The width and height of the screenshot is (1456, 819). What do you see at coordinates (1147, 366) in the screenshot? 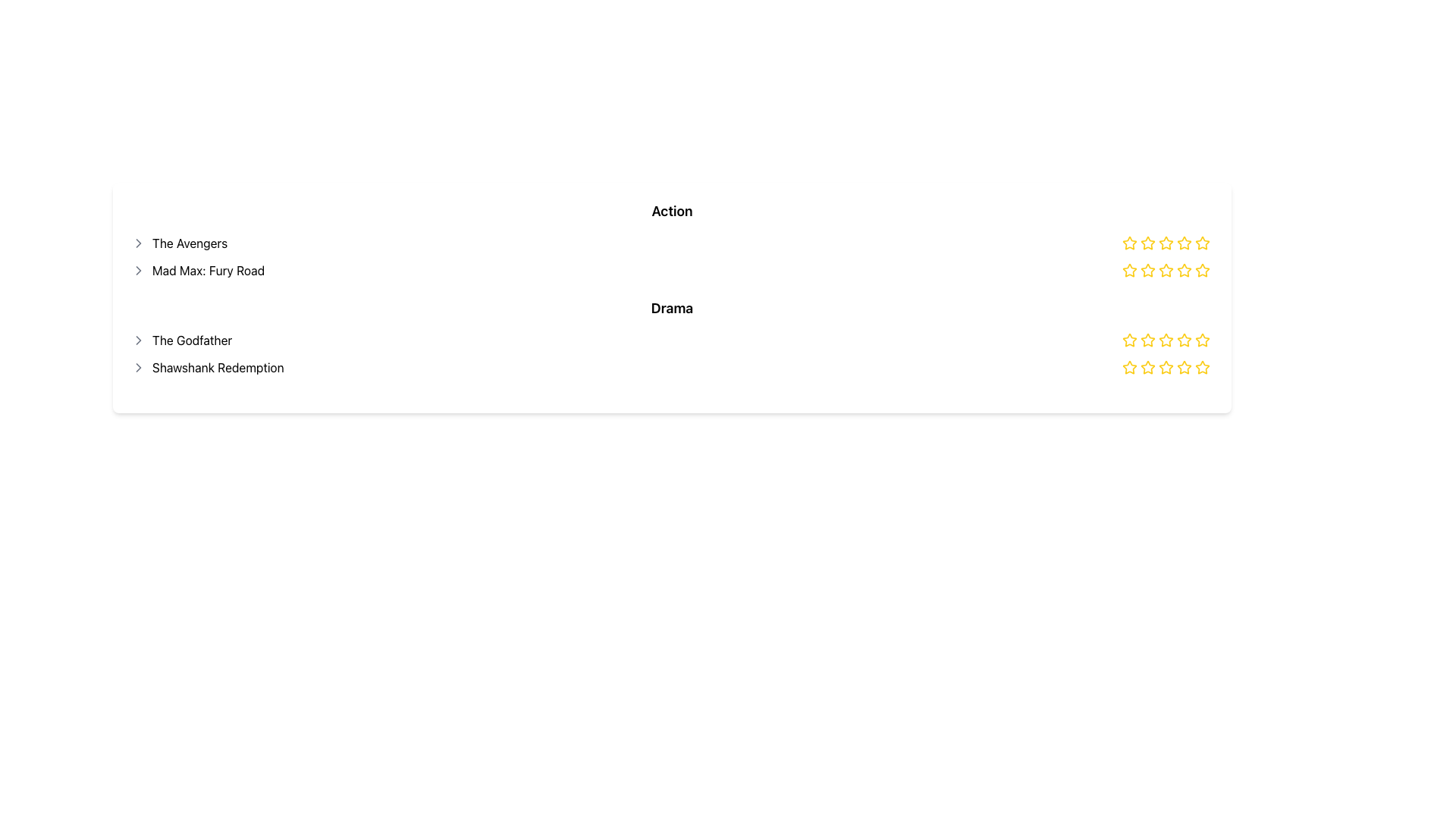
I see `the first star in the third row of rating stars for the item 'Shawshank Redemption' in the 'Drama' section to provide a rating` at bounding box center [1147, 366].